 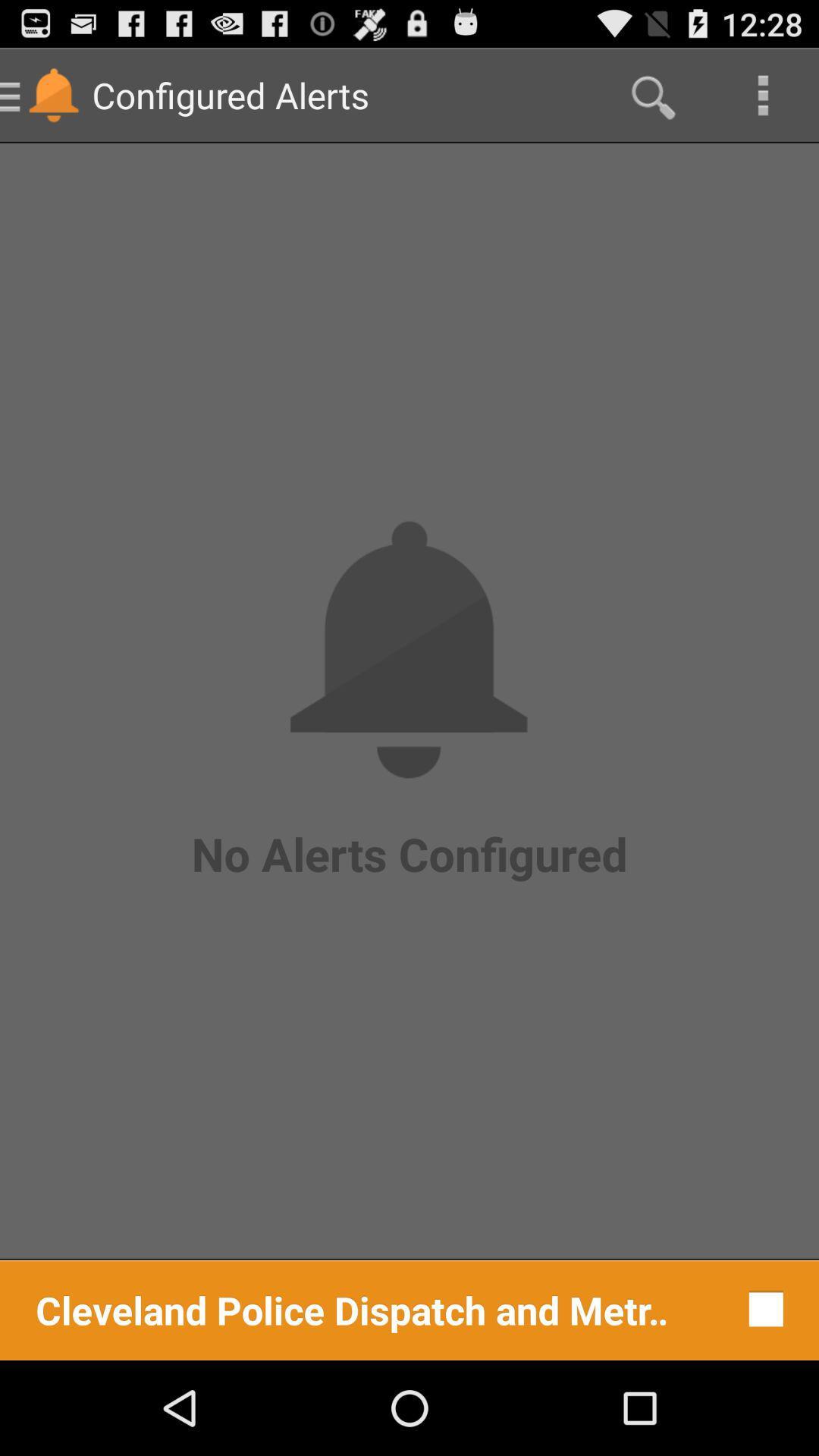 What do you see at coordinates (762, 1308) in the screenshot?
I see `icon next to cleveland police dispatch icon` at bounding box center [762, 1308].